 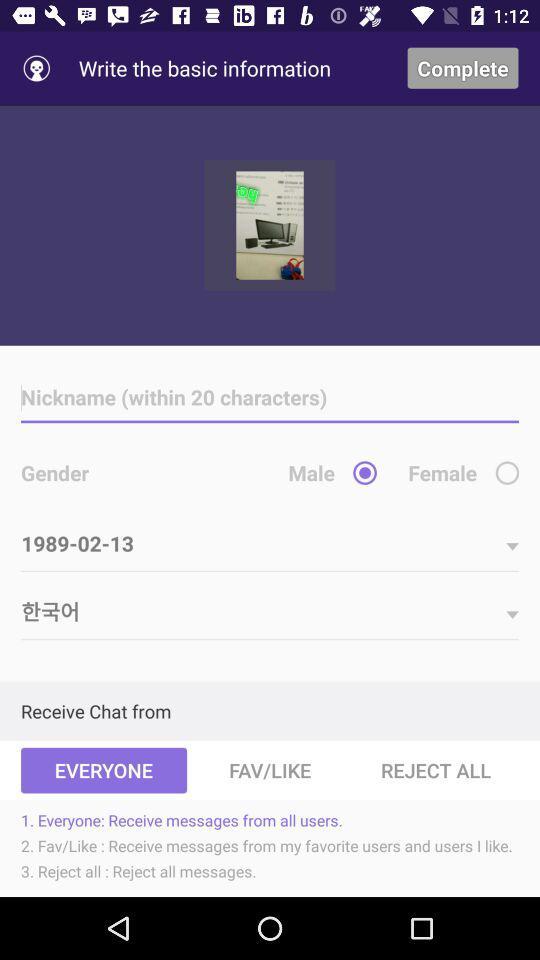 What do you see at coordinates (507, 473) in the screenshot?
I see `option` at bounding box center [507, 473].